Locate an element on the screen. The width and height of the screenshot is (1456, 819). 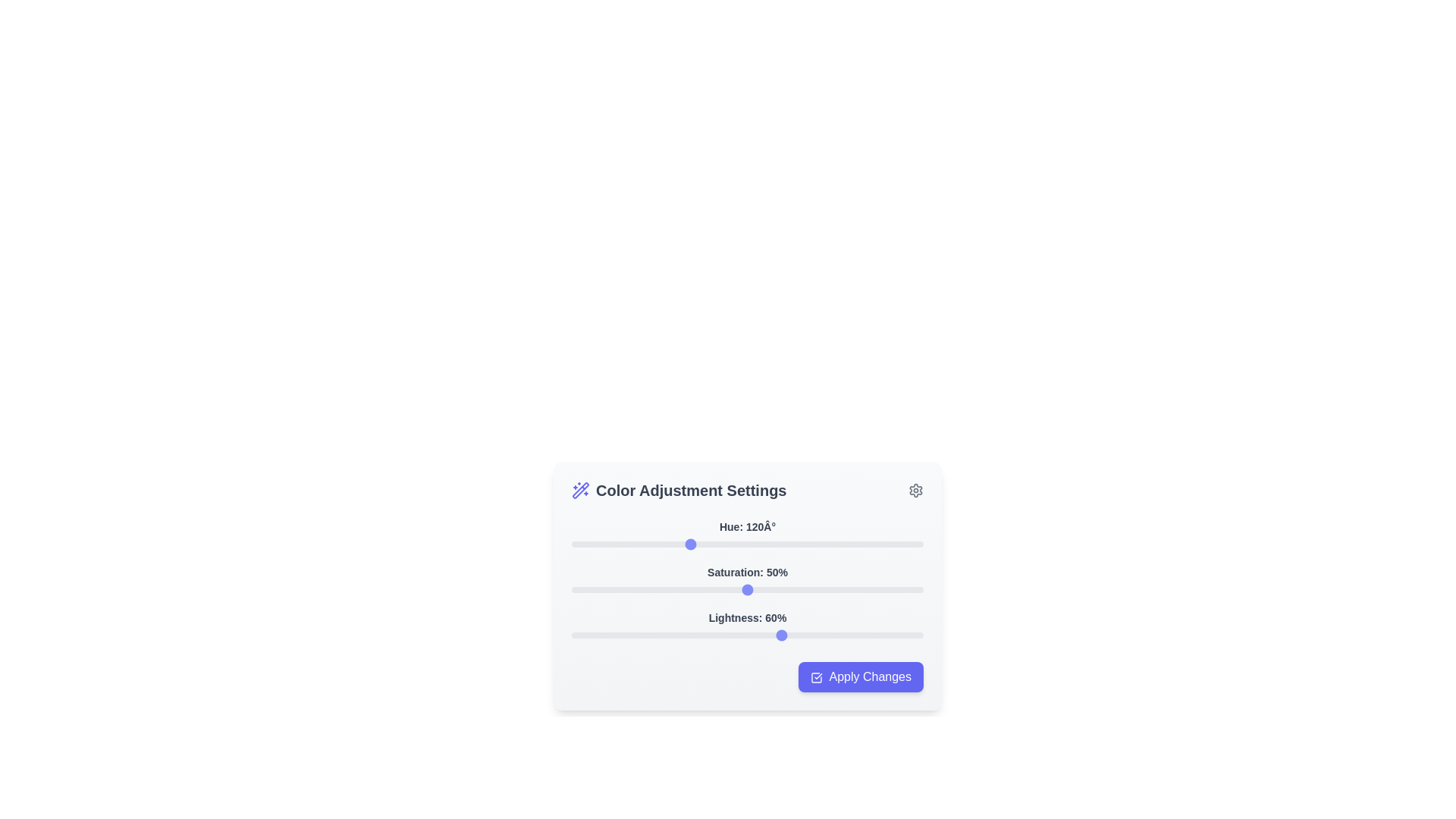
the prominent button located at the bottom-right corner of the 'Color Adjustment Settings' modal to apply changes made to settings such as hue, saturation, or lightness is located at coordinates (861, 676).